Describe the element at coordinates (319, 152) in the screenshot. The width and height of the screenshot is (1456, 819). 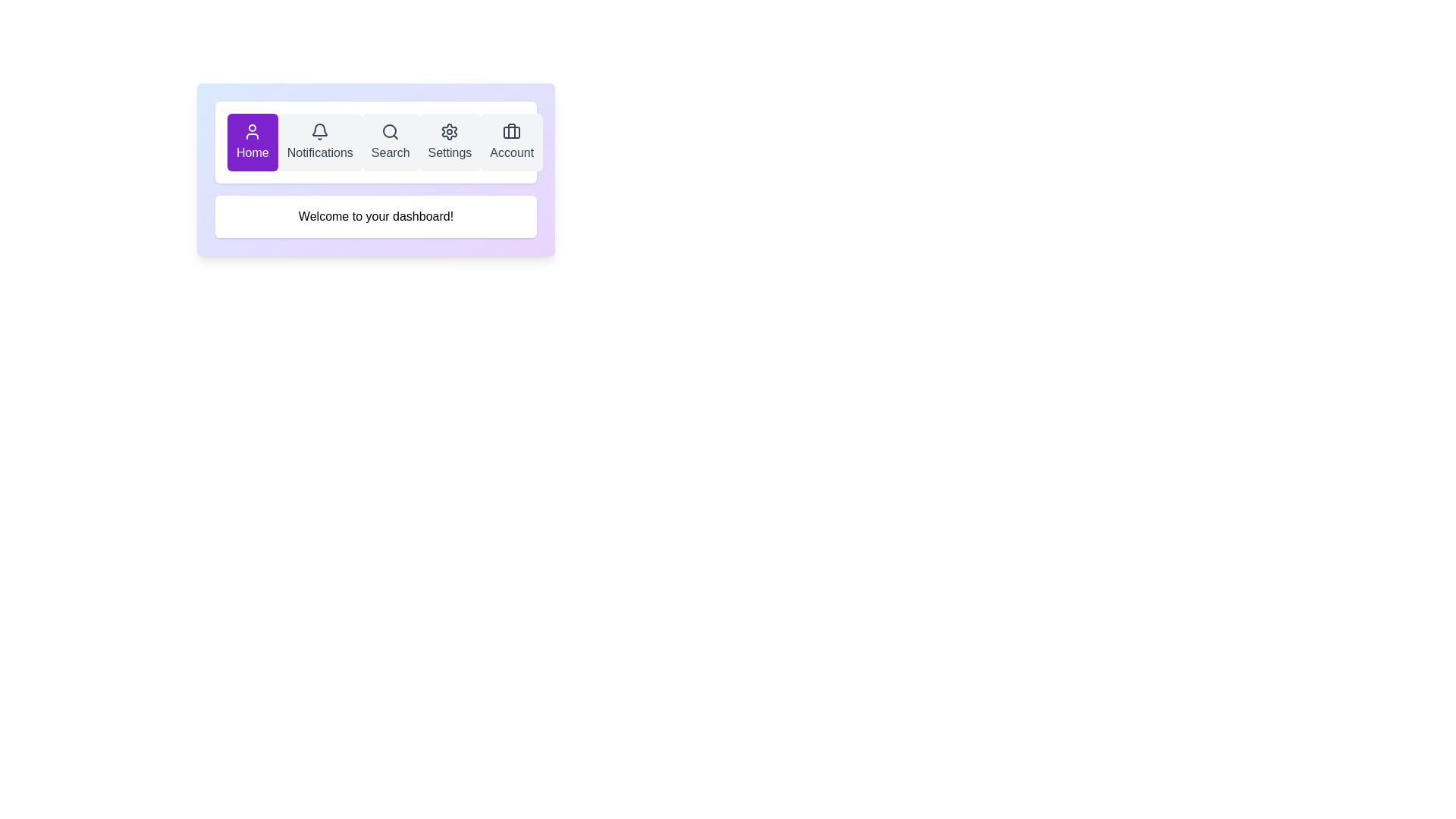
I see `the 'Notifications' label, which is styled in gray and displays the word 'Notifications', located below a bell icon and positioned between 'Home' and 'Search' in the top center menu` at that location.